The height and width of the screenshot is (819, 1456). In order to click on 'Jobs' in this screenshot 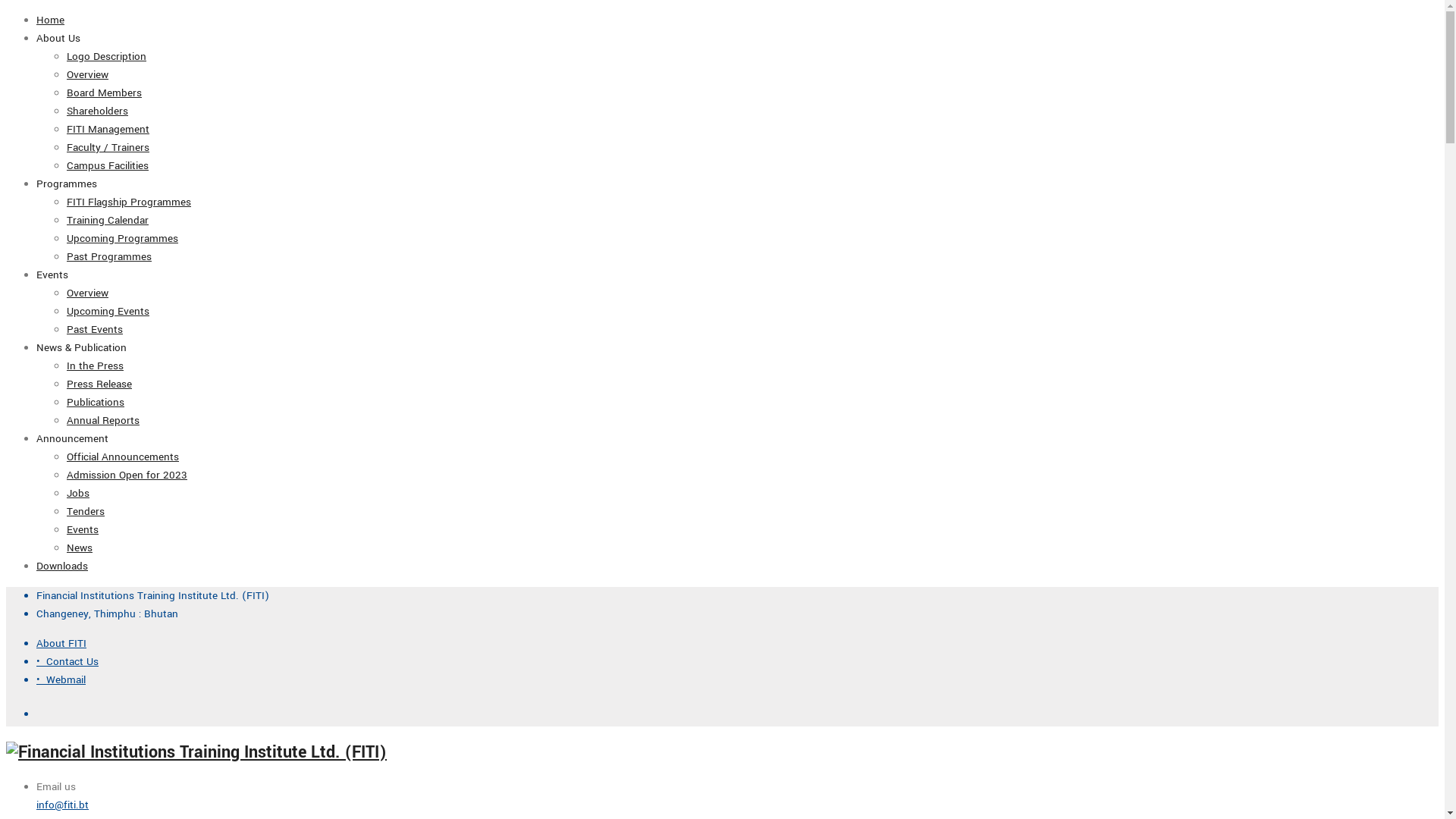, I will do `click(77, 493)`.